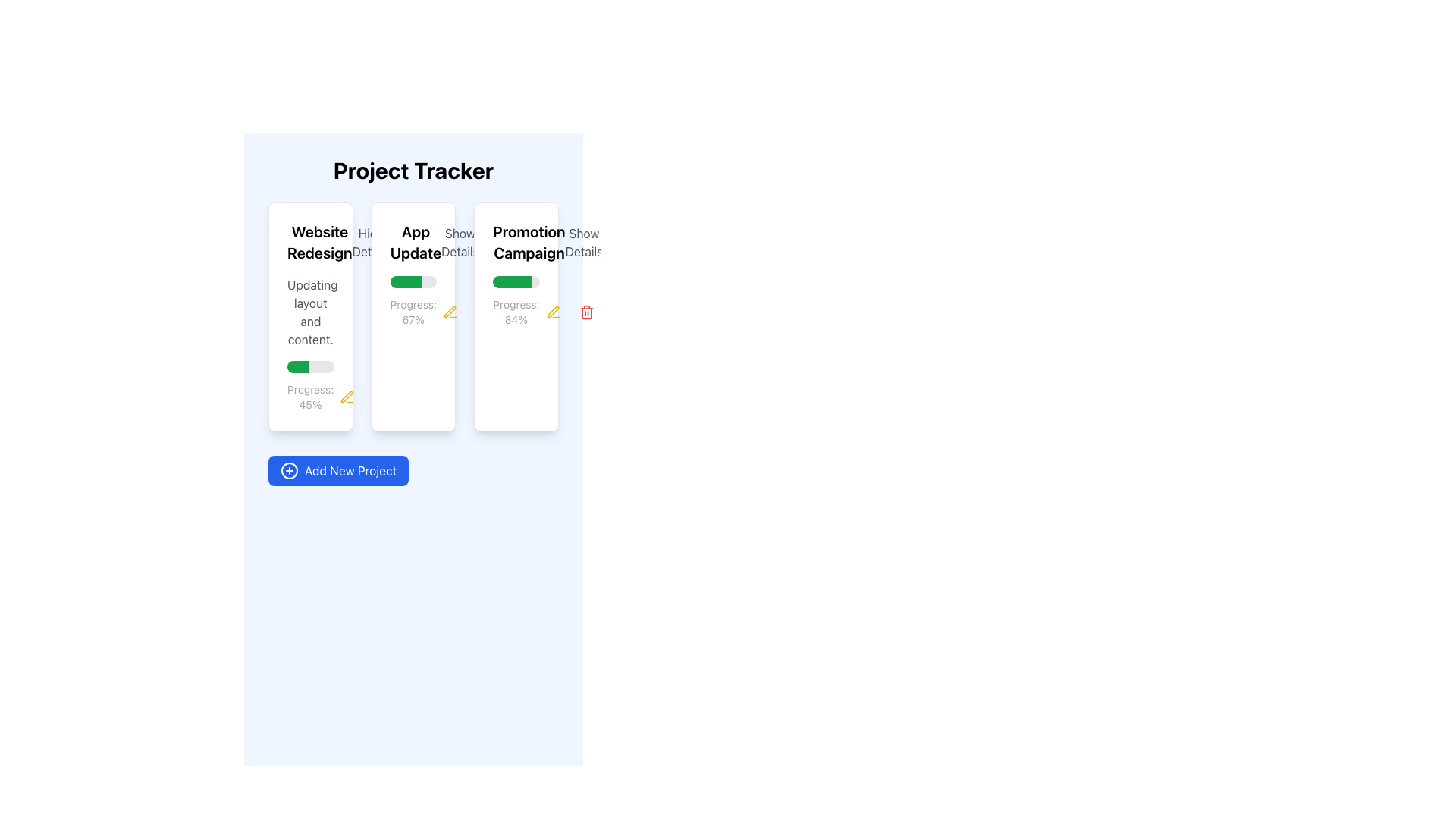 The image size is (1456, 819). What do you see at coordinates (516, 312) in the screenshot?
I see `the text label displaying 'Progress: 84%' located below the progress bar in the 'Promotion Campaign' card` at bounding box center [516, 312].